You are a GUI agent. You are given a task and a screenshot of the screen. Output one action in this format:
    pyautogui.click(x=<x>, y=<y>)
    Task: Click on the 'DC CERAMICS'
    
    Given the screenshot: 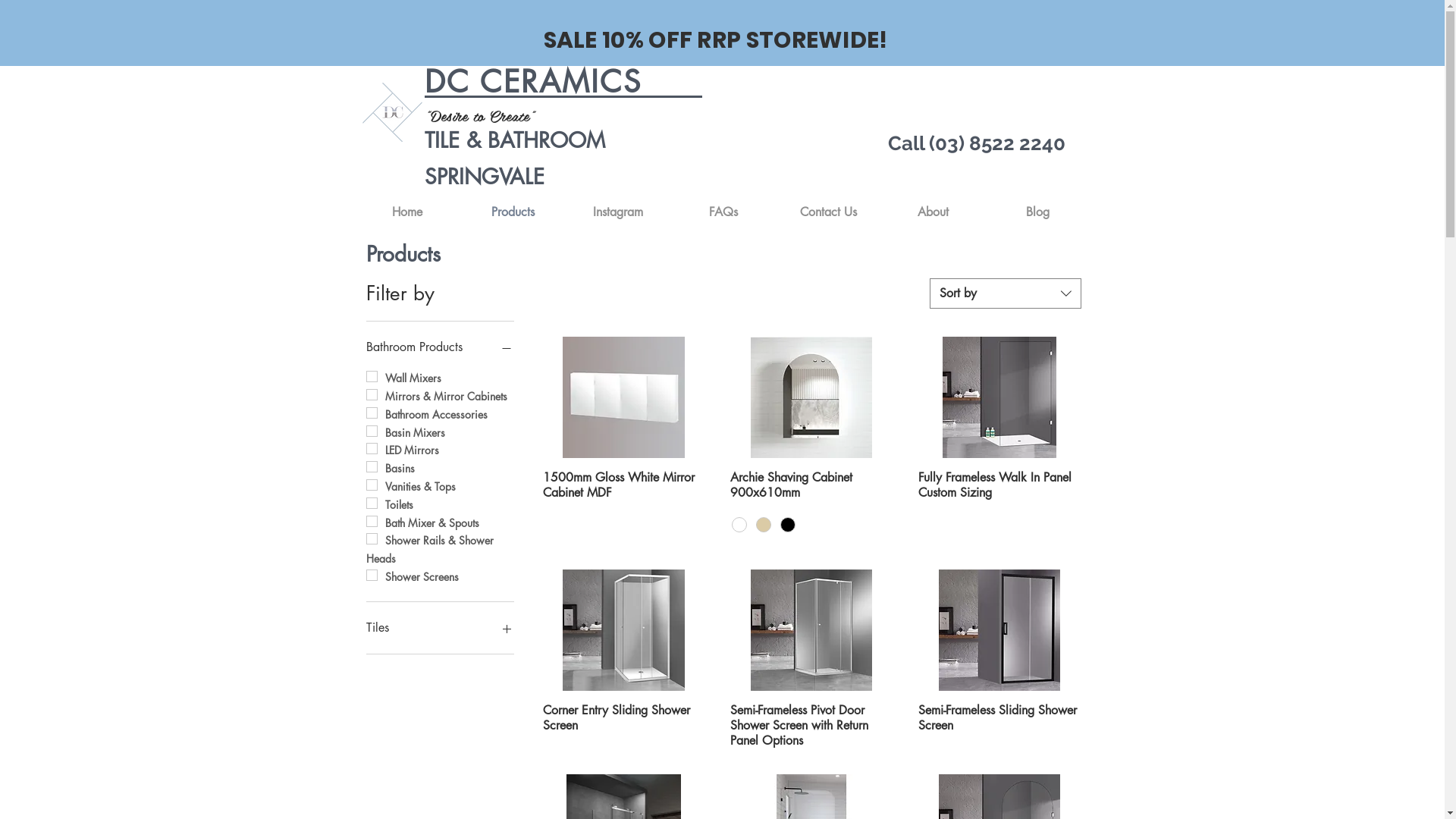 What is the action you would take?
    pyautogui.click(x=532, y=82)
    